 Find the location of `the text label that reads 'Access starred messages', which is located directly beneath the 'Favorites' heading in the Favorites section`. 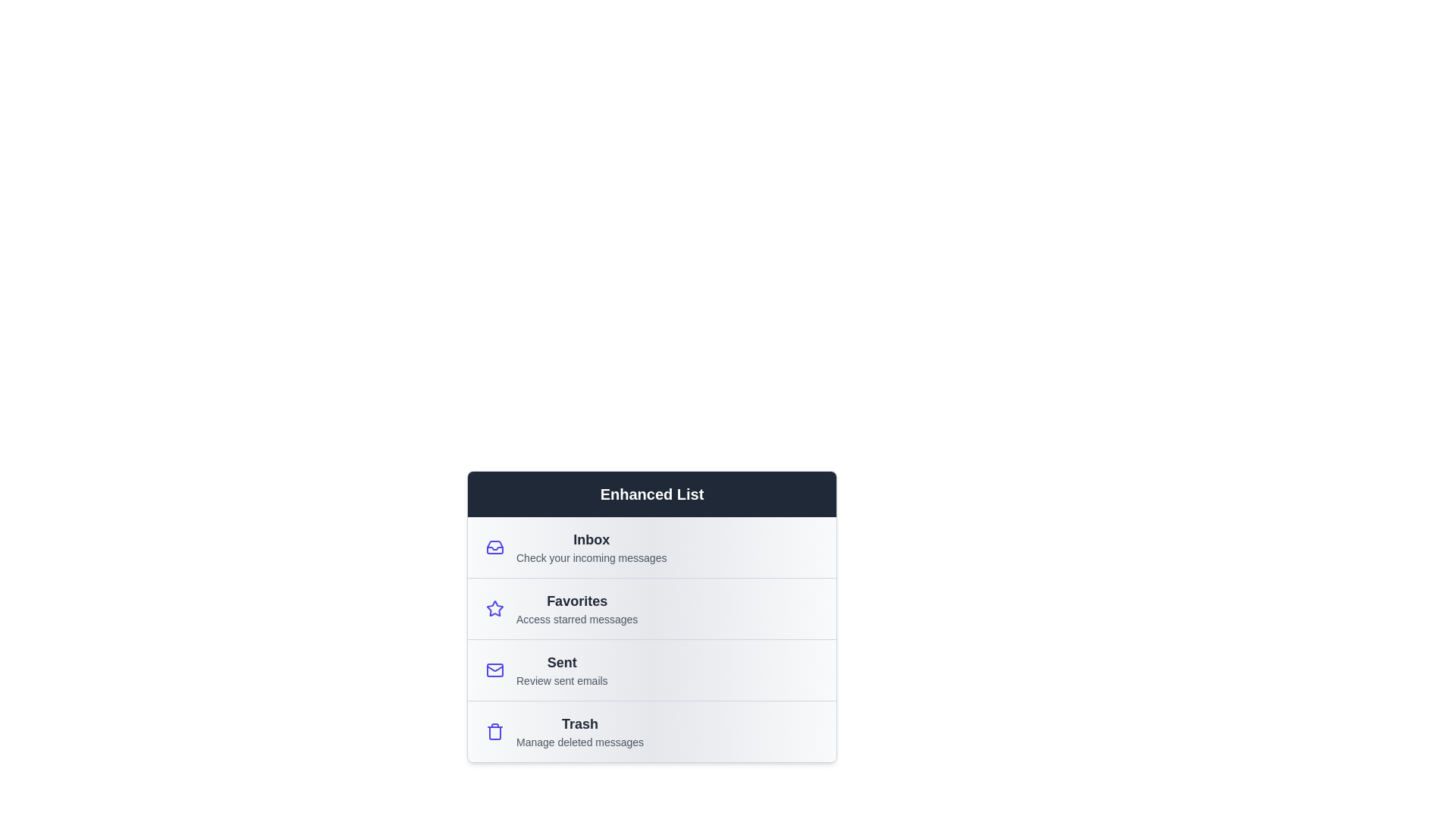

the text label that reads 'Access starred messages', which is located directly beneath the 'Favorites' heading in the Favorites section is located at coordinates (576, 620).